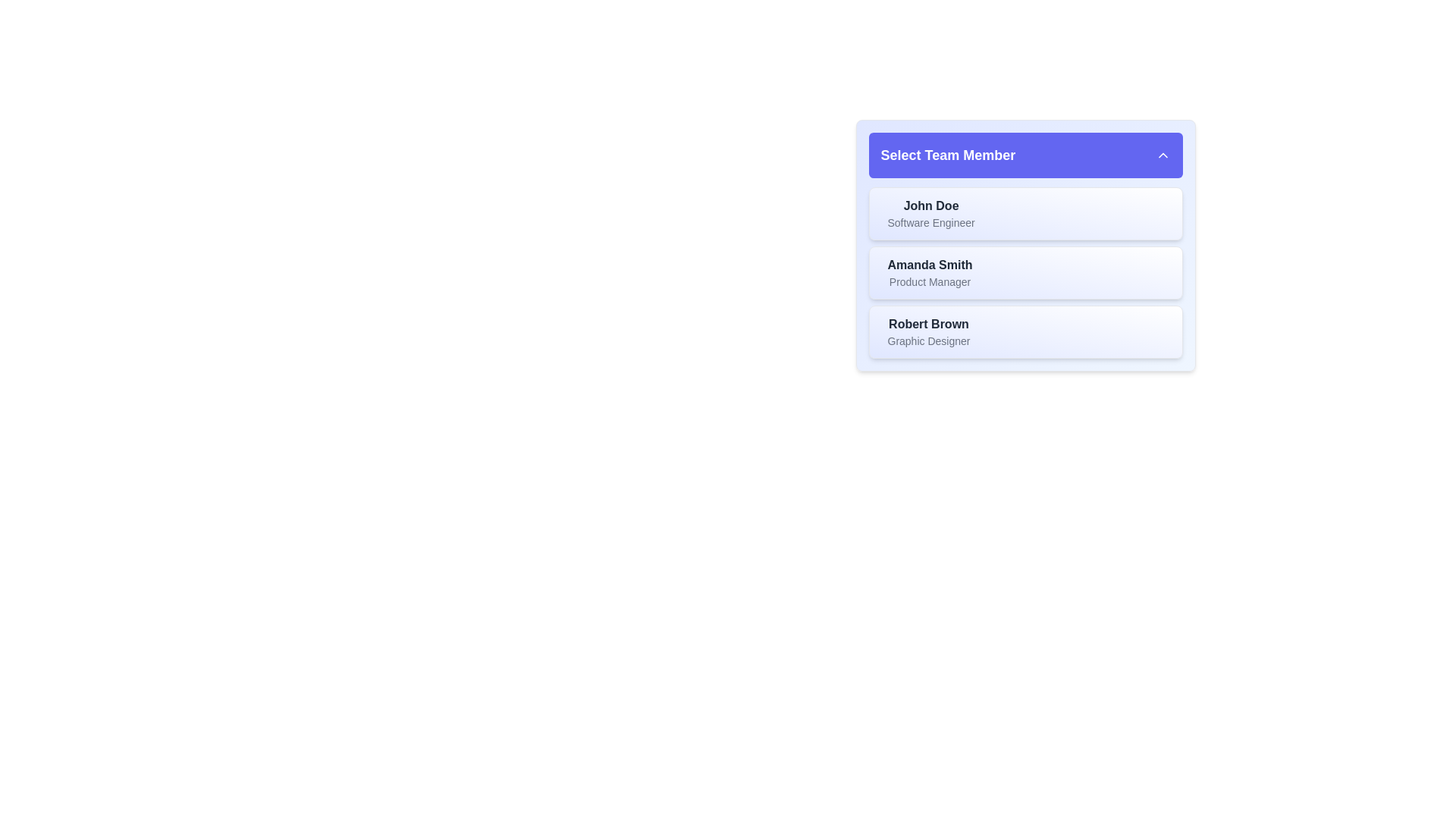 This screenshot has width=1456, height=819. Describe the element at coordinates (930, 206) in the screenshot. I see `the first label in the 'Select Team Member' dropdown menu, which identifies the individual associated with the list item, located above the 'Software Engineer' subtitle` at that location.